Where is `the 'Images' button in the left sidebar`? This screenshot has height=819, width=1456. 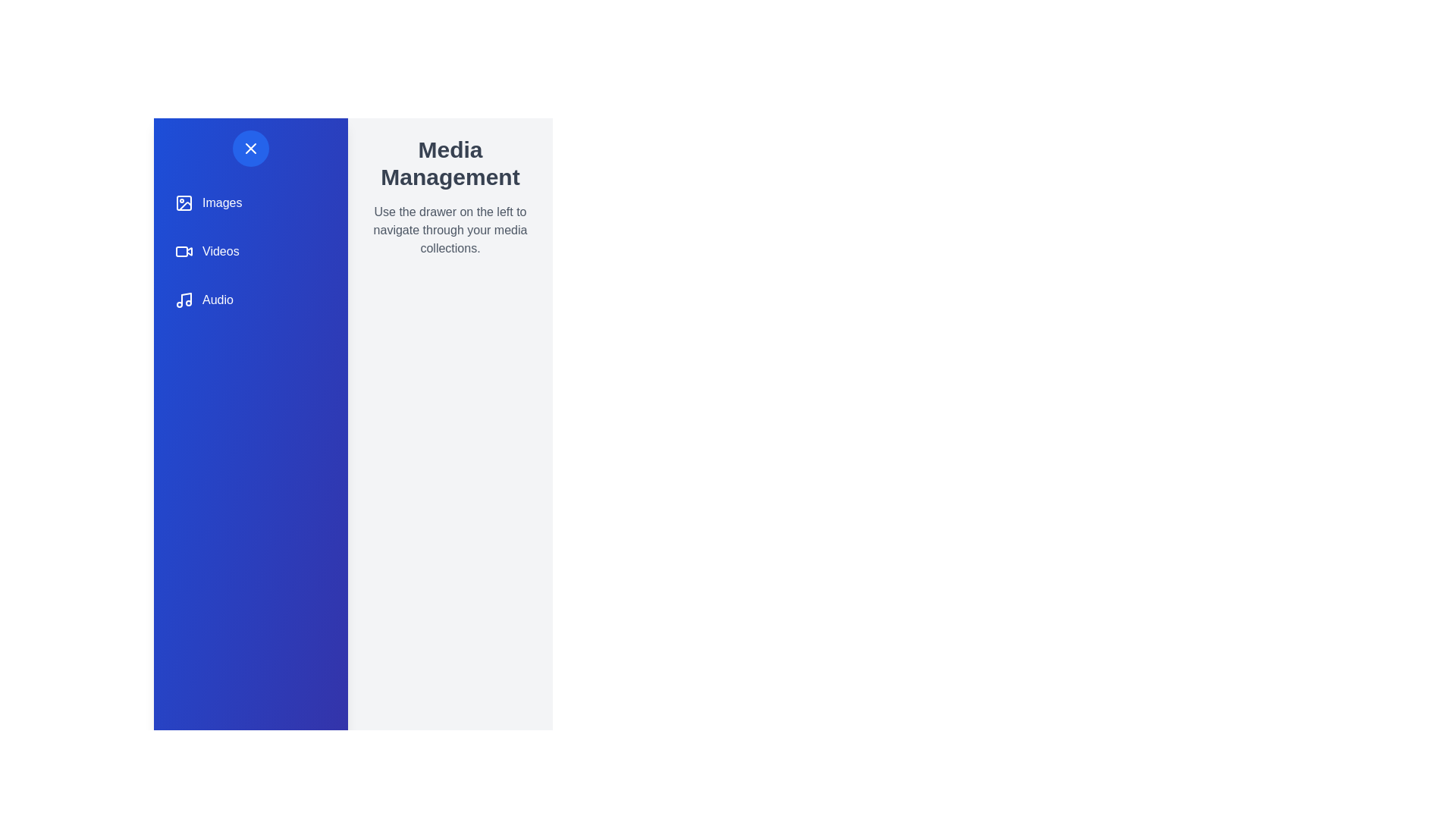 the 'Images' button in the left sidebar is located at coordinates (208, 202).